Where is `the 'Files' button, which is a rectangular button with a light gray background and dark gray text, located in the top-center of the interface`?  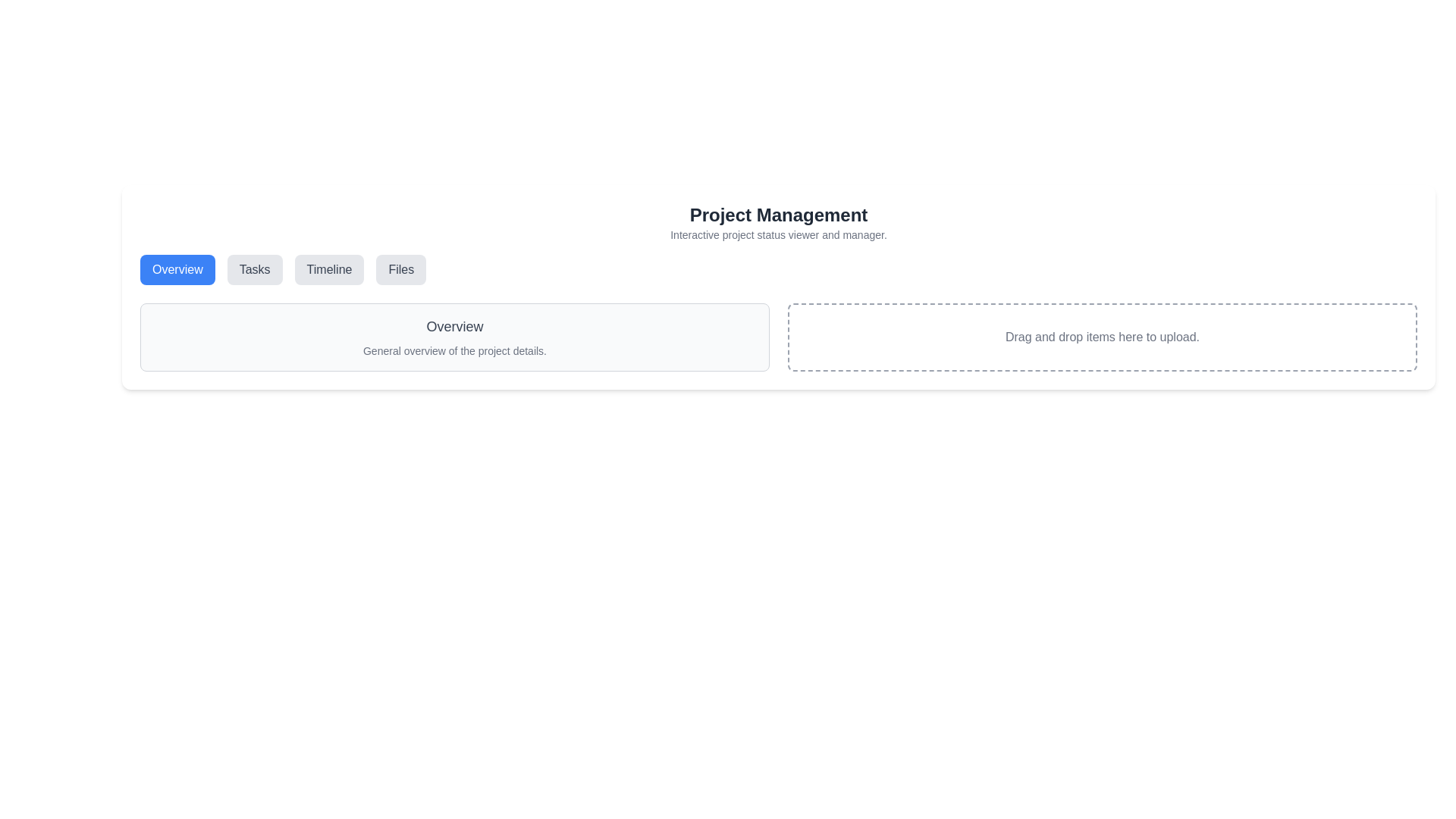 the 'Files' button, which is a rectangular button with a light gray background and dark gray text, located in the top-center of the interface is located at coordinates (401, 268).